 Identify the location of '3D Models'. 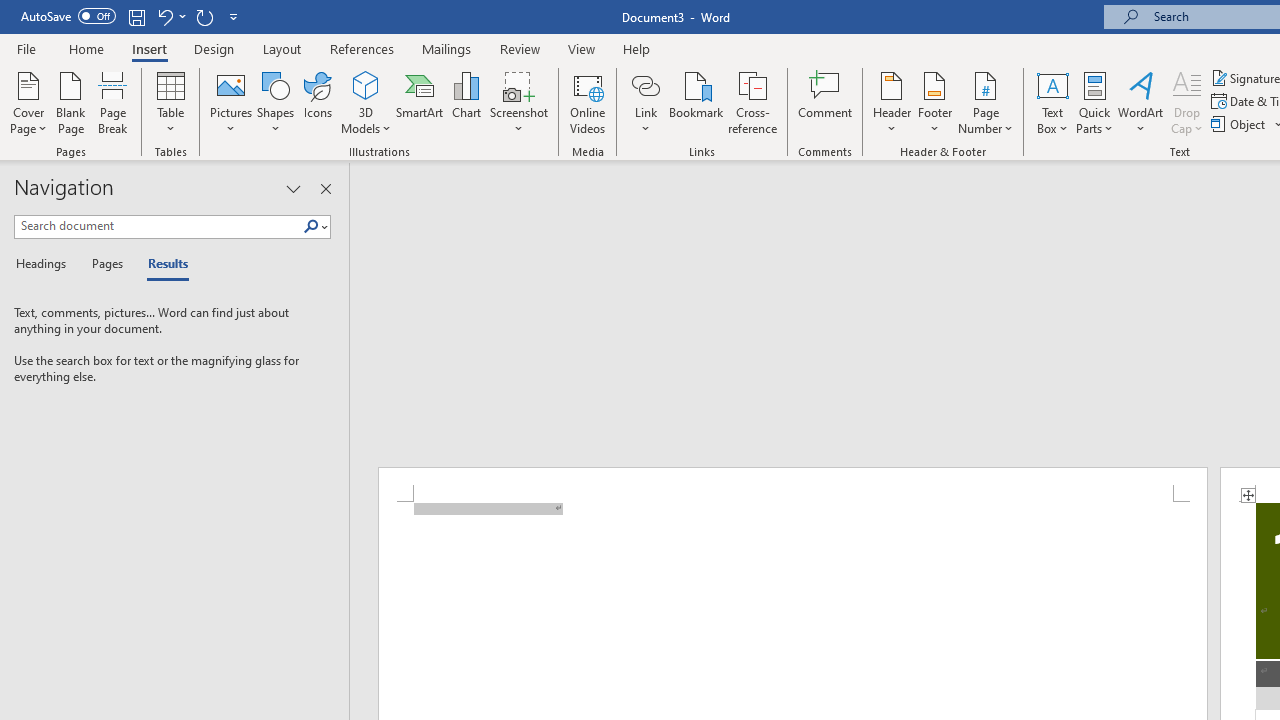
(366, 84).